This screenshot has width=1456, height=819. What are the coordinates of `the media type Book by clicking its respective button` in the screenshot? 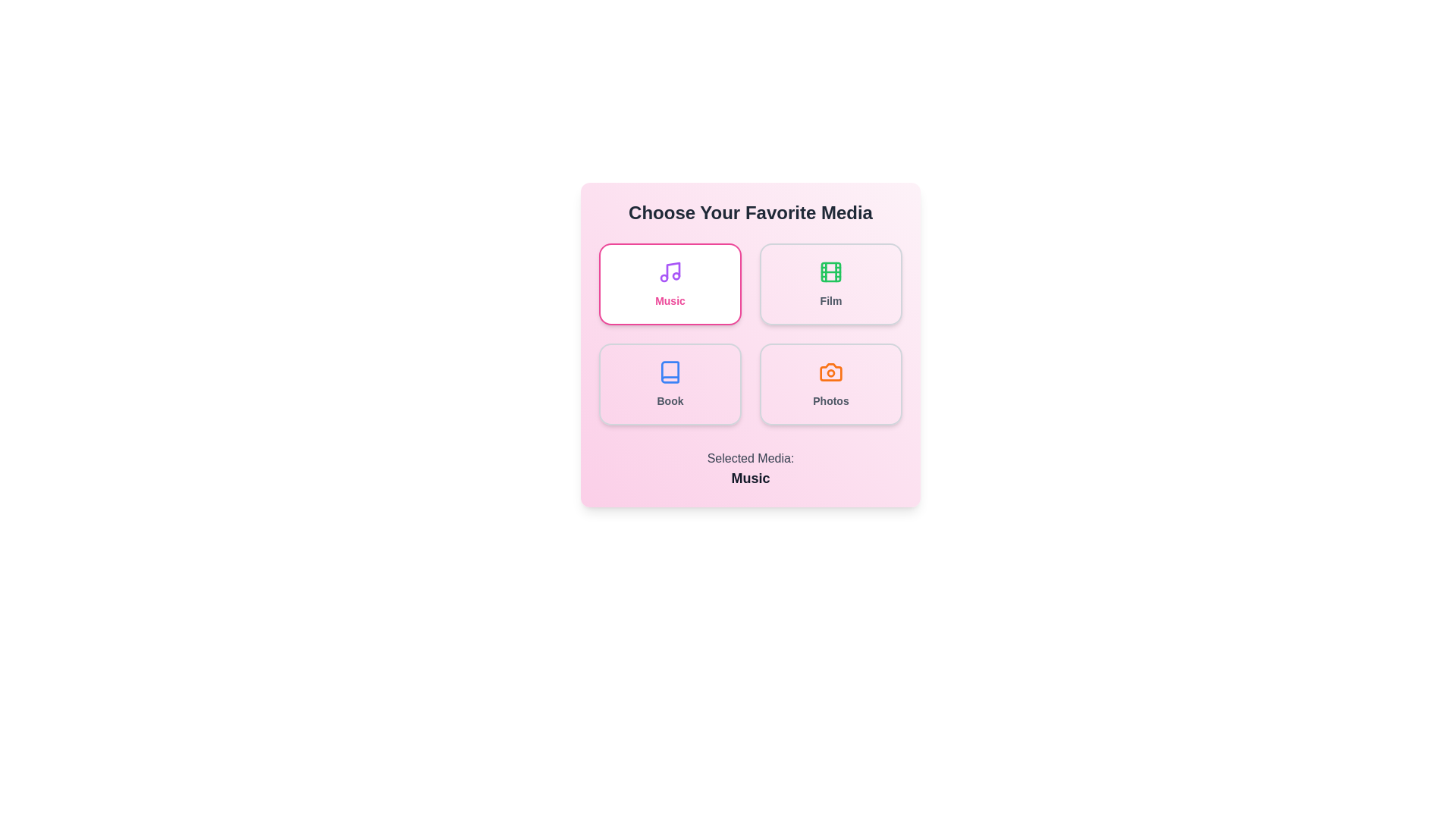 It's located at (669, 383).